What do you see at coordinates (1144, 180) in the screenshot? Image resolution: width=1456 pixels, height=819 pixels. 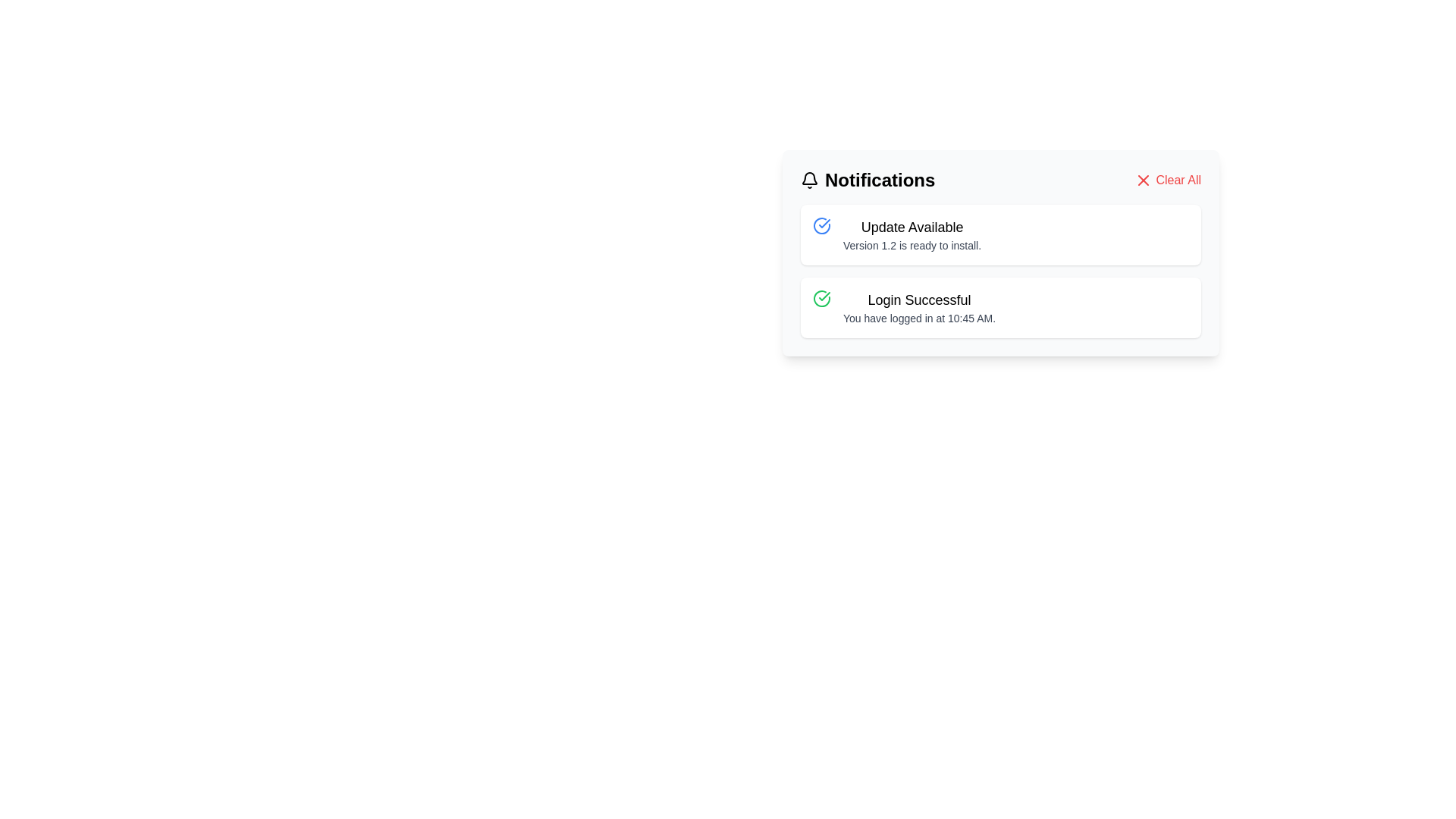 I see `the 'X' icon, which is a red minimalistic symbol located to the left of the 'Clear All' text in the top-right corner of the notification card` at bounding box center [1144, 180].